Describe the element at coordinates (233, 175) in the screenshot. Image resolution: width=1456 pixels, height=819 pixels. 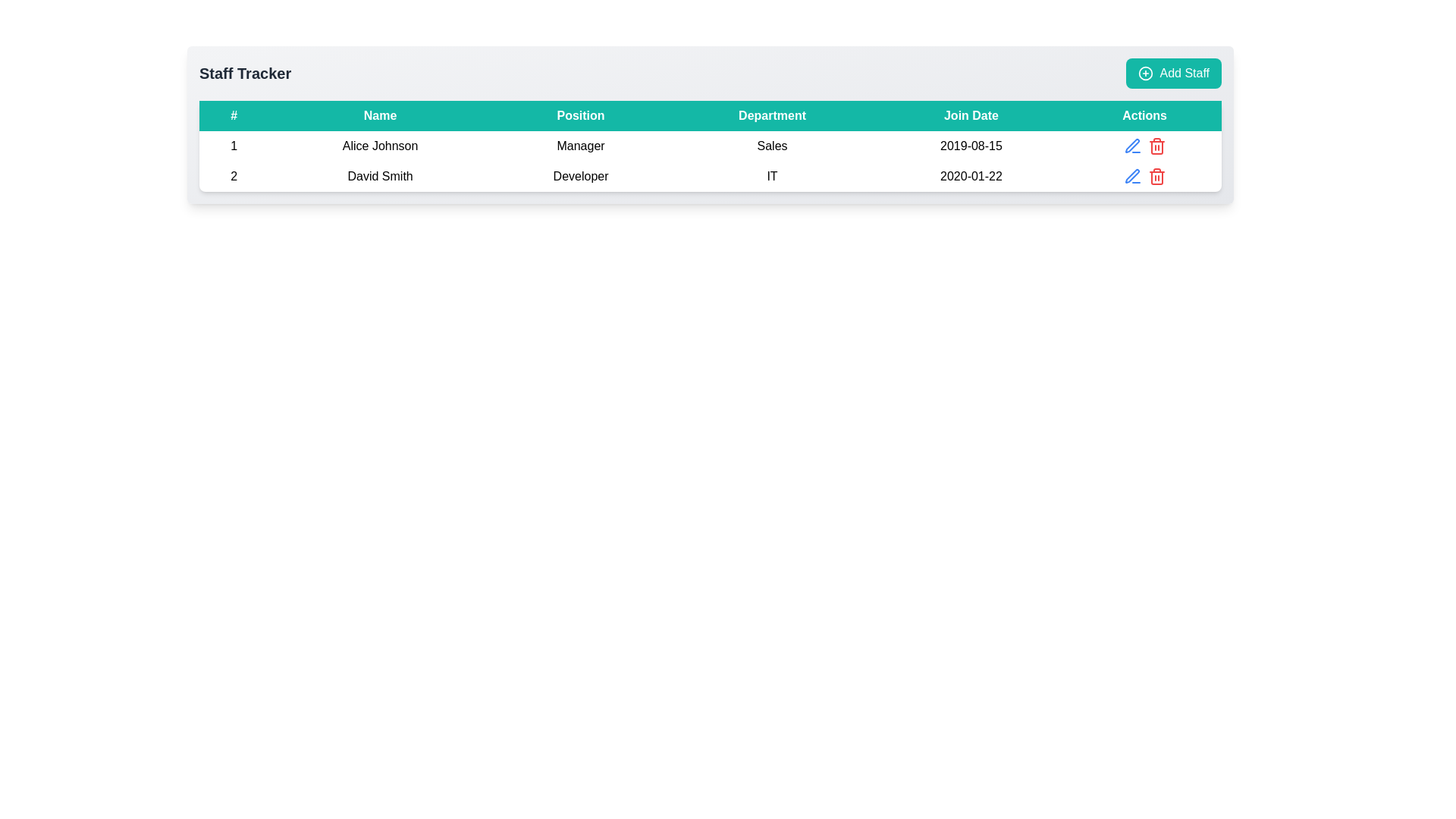
I see `the numeric text '2' in the first column of the second row of the data table, which is styled with padding and centered alignment` at that location.